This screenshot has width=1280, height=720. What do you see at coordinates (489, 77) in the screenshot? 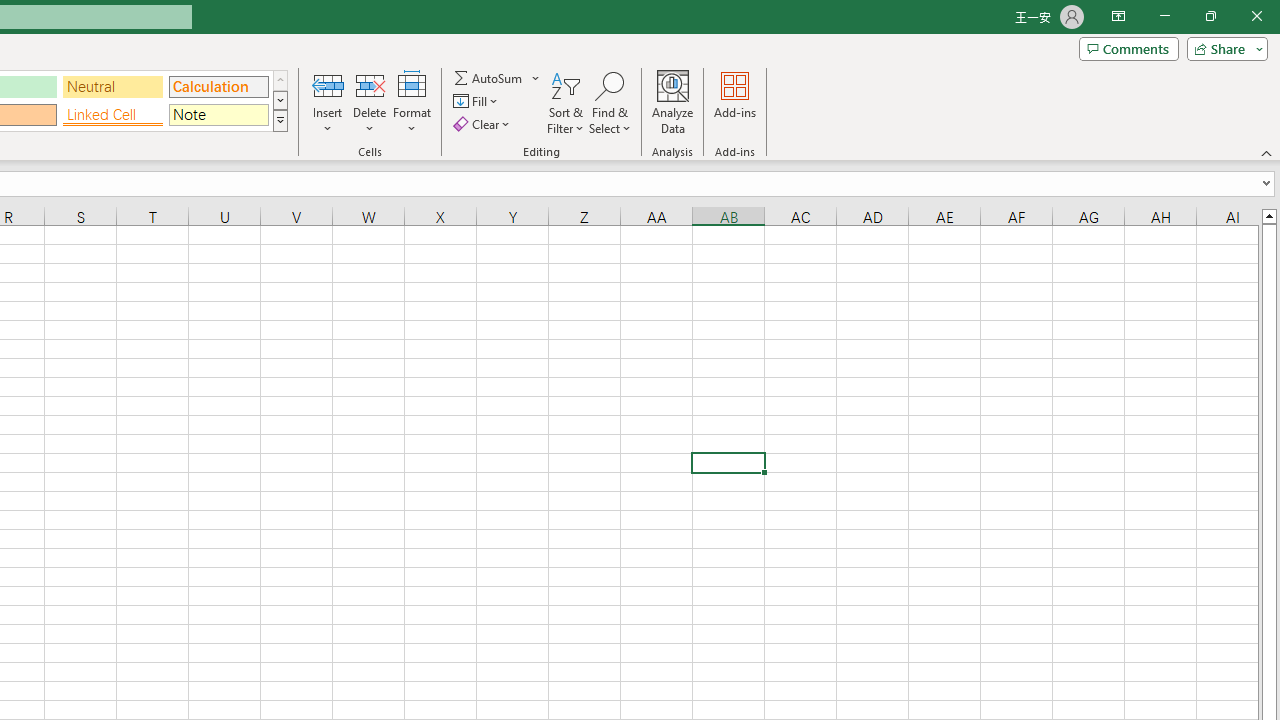
I see `'Sum'` at bounding box center [489, 77].